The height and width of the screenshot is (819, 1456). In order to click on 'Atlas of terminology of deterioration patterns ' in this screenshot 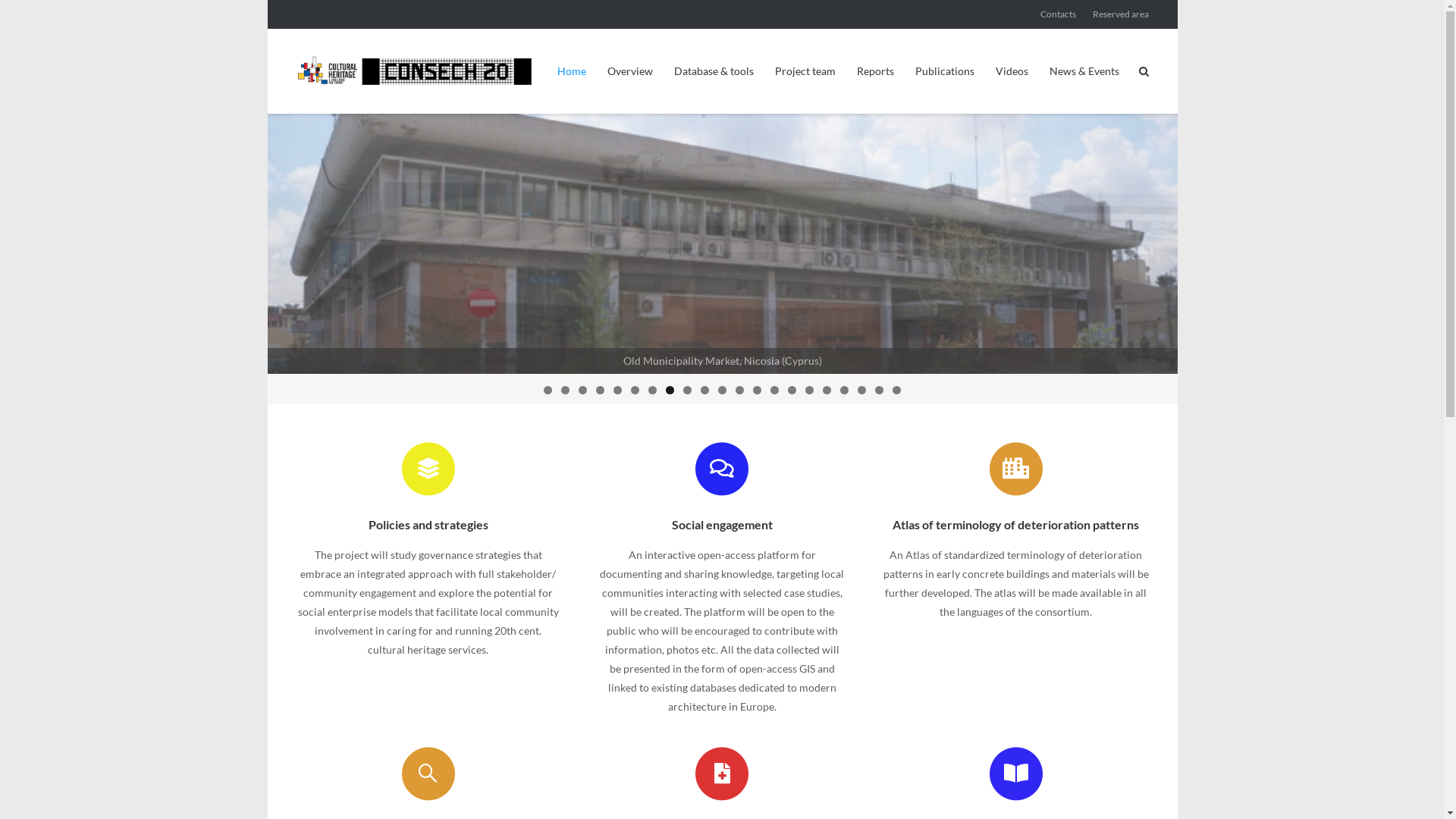, I will do `click(1015, 467)`.